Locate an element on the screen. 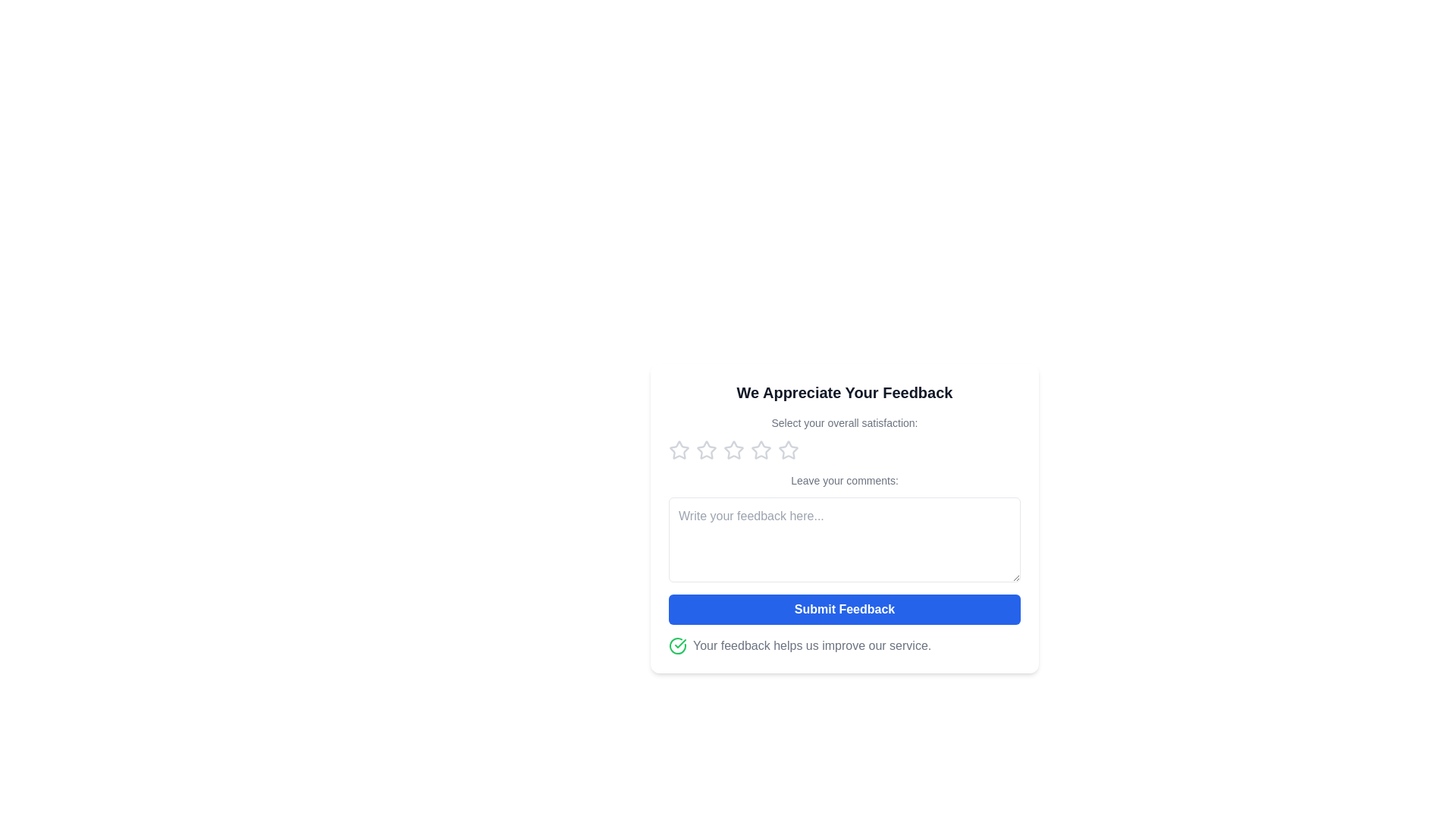 Image resolution: width=1456 pixels, height=819 pixels. the informational text element with a green checkmark icon that displays the message 'Your feedback helps us improve our service.' positioned below the 'Submit Feedback' button is located at coordinates (843, 646).